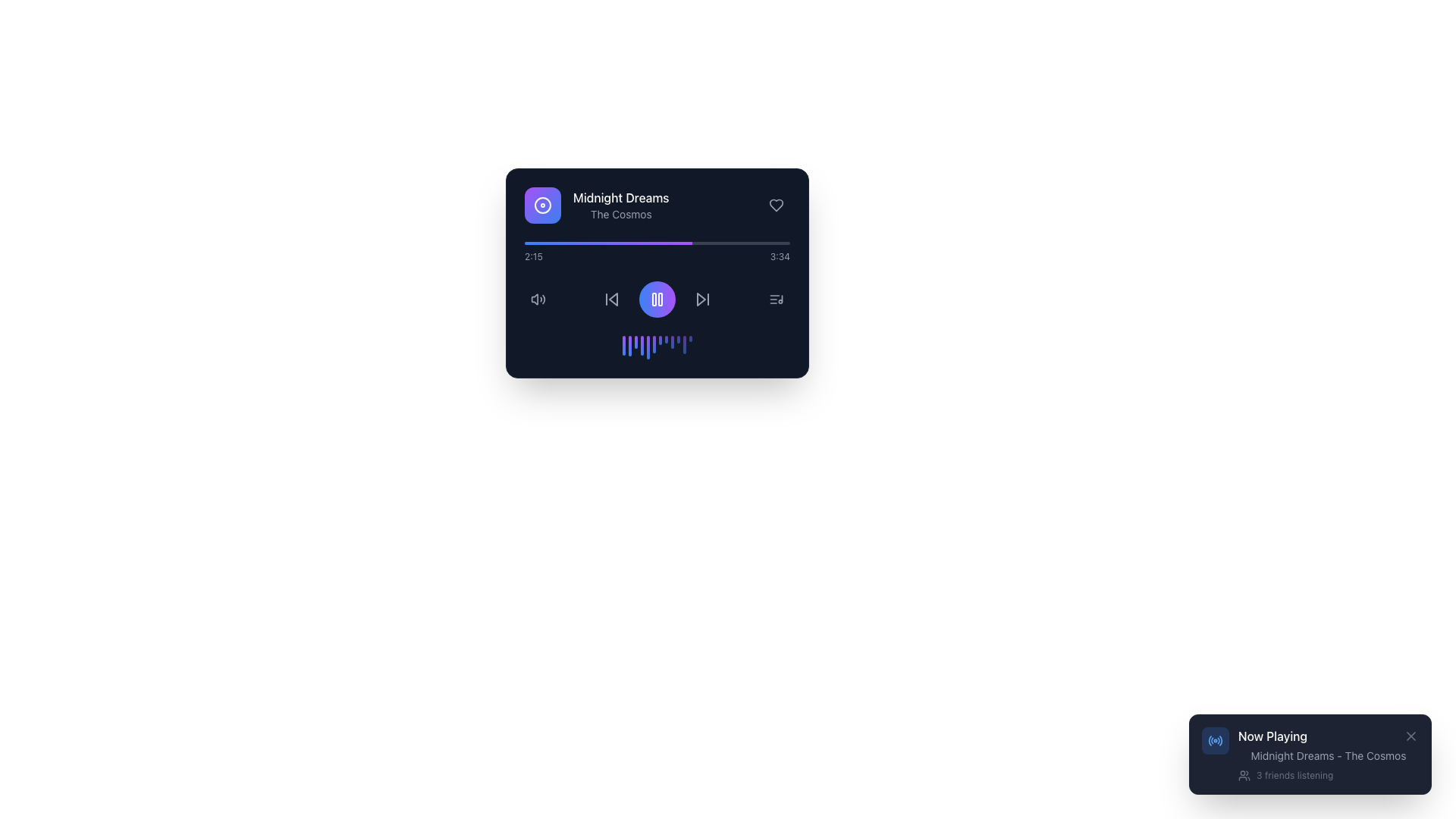 The height and width of the screenshot is (819, 1456). Describe the element at coordinates (623, 242) in the screenshot. I see `playback time` at that location.